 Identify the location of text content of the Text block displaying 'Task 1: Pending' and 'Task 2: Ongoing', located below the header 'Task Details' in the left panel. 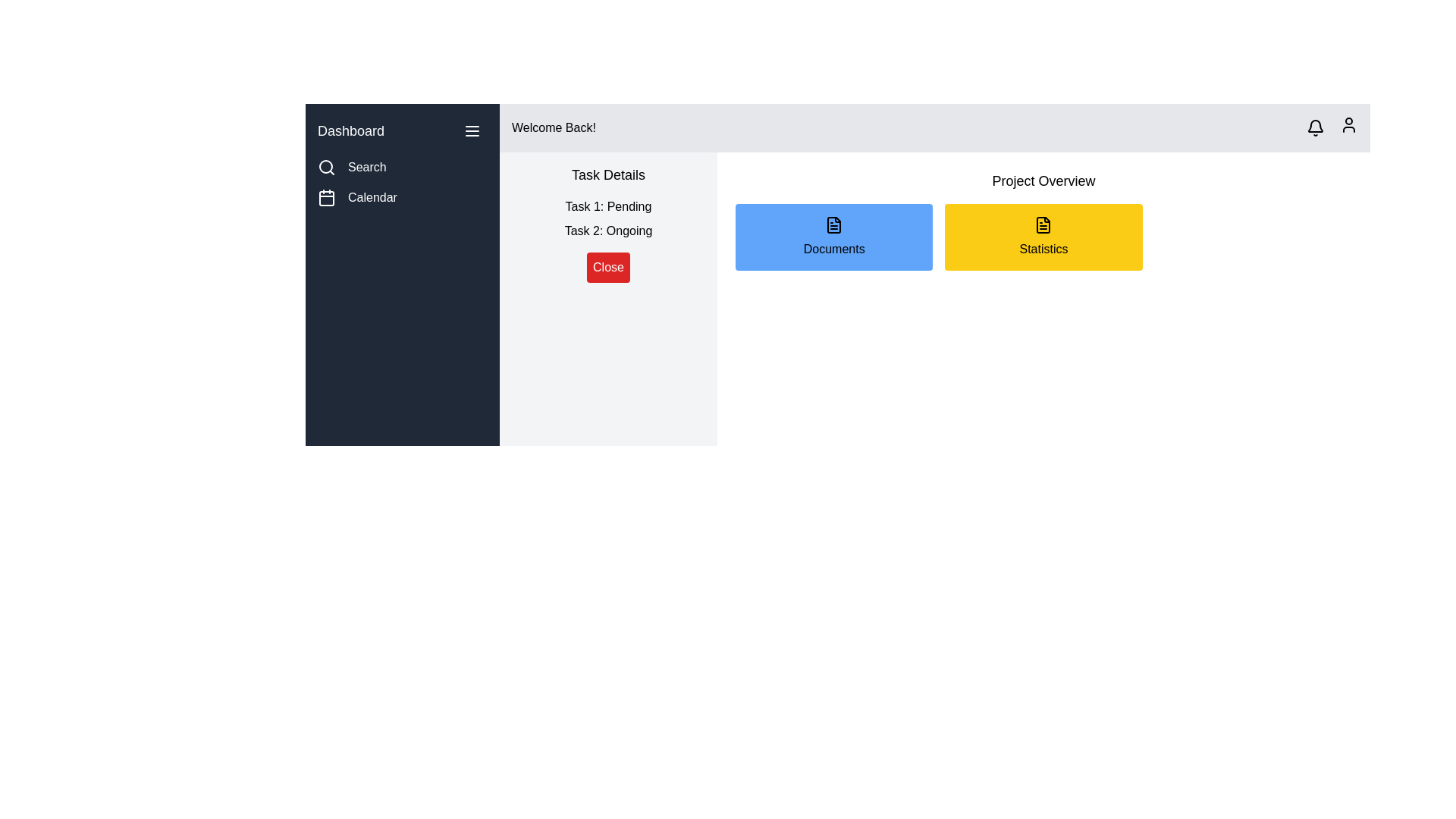
(608, 219).